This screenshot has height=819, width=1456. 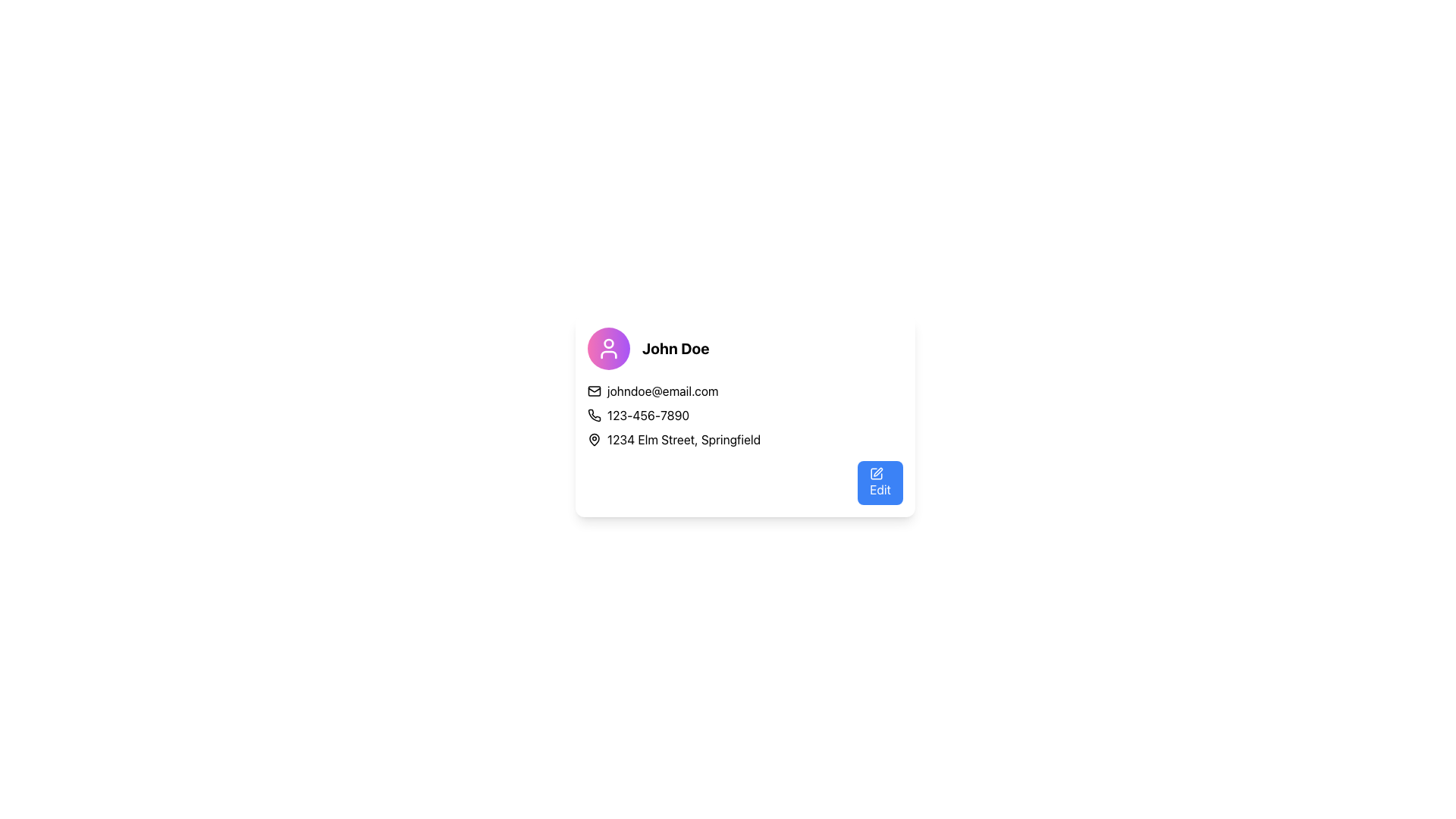 What do you see at coordinates (675, 348) in the screenshot?
I see `the text label displaying 'John Doe' in bold, large font, which is prominently positioned in the user profile card` at bounding box center [675, 348].